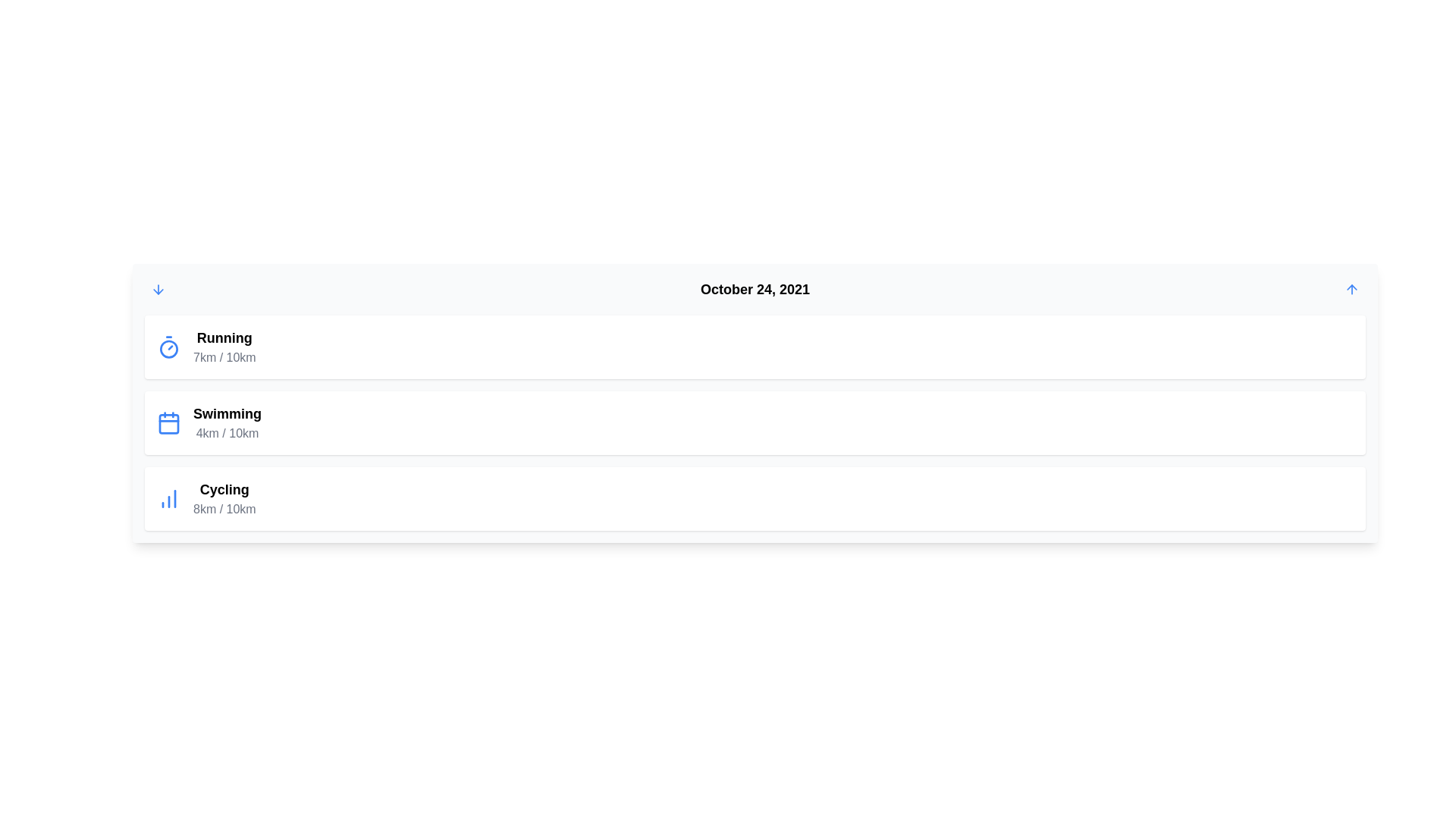  Describe the element at coordinates (168, 348) in the screenshot. I see `the timer icon representing time tracking for the 'Running' activity, which is the first icon on the left of the activity card at the top of the list` at that location.